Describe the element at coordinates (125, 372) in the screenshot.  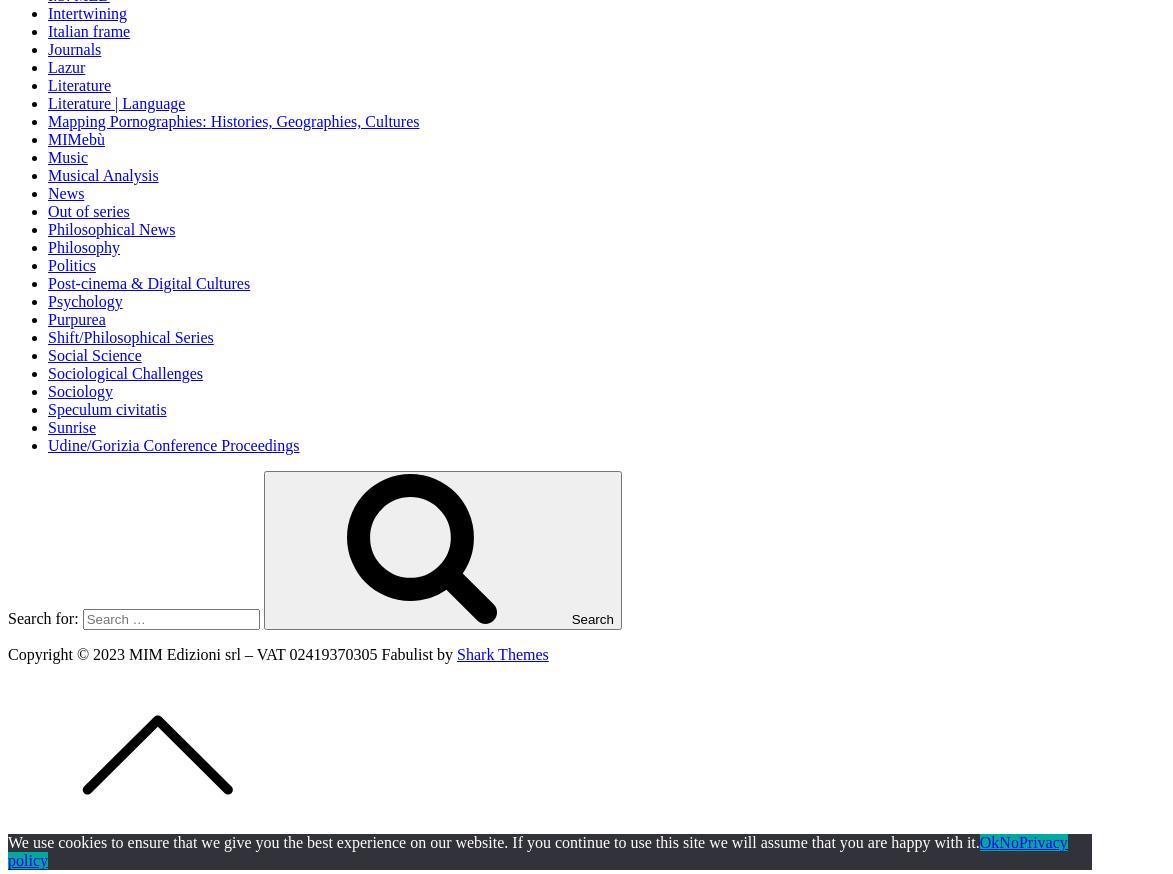
I see `'Sociological Challenges'` at that location.